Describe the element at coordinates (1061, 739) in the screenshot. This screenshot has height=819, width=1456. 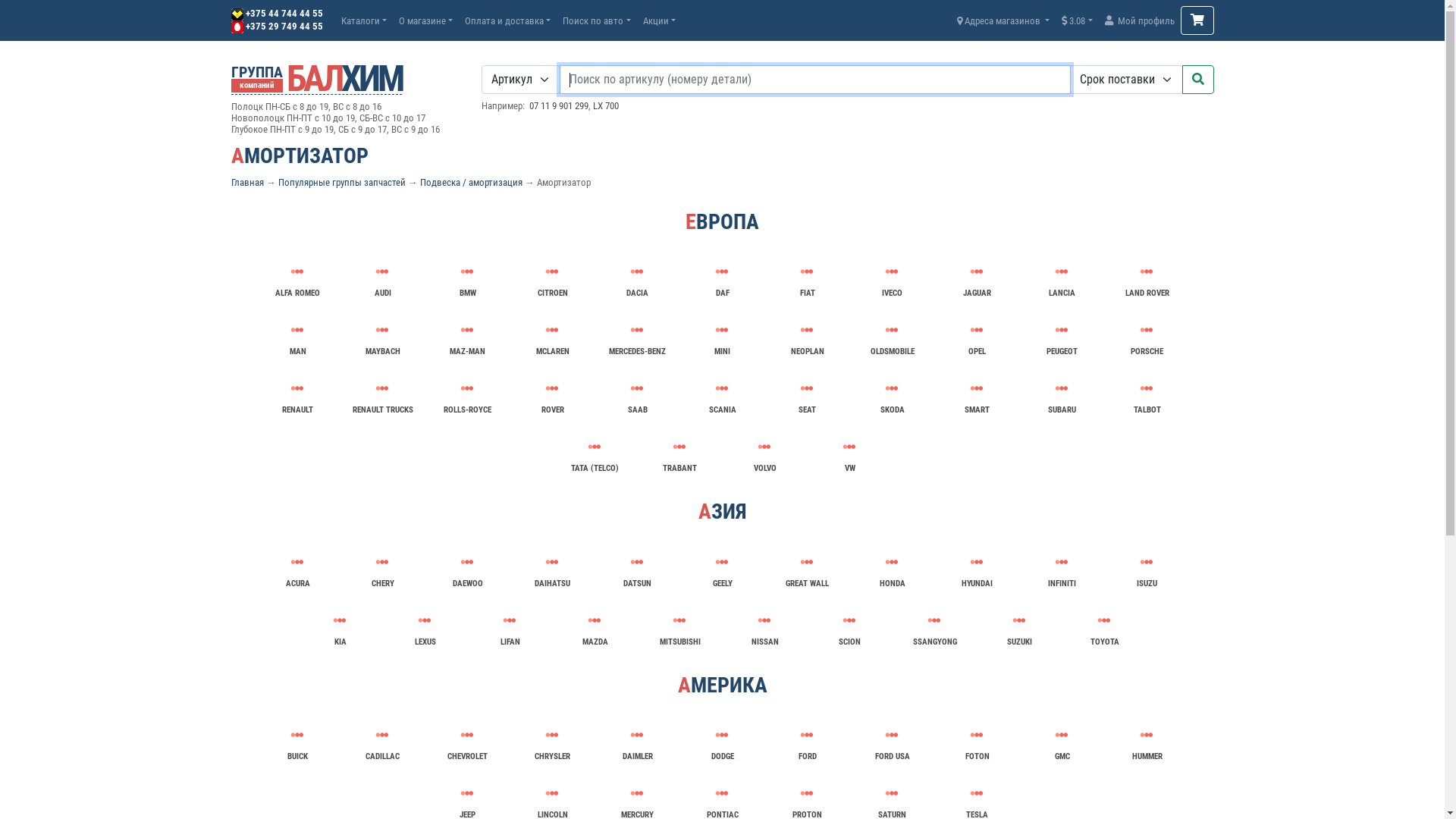
I see `'GMC'` at that location.